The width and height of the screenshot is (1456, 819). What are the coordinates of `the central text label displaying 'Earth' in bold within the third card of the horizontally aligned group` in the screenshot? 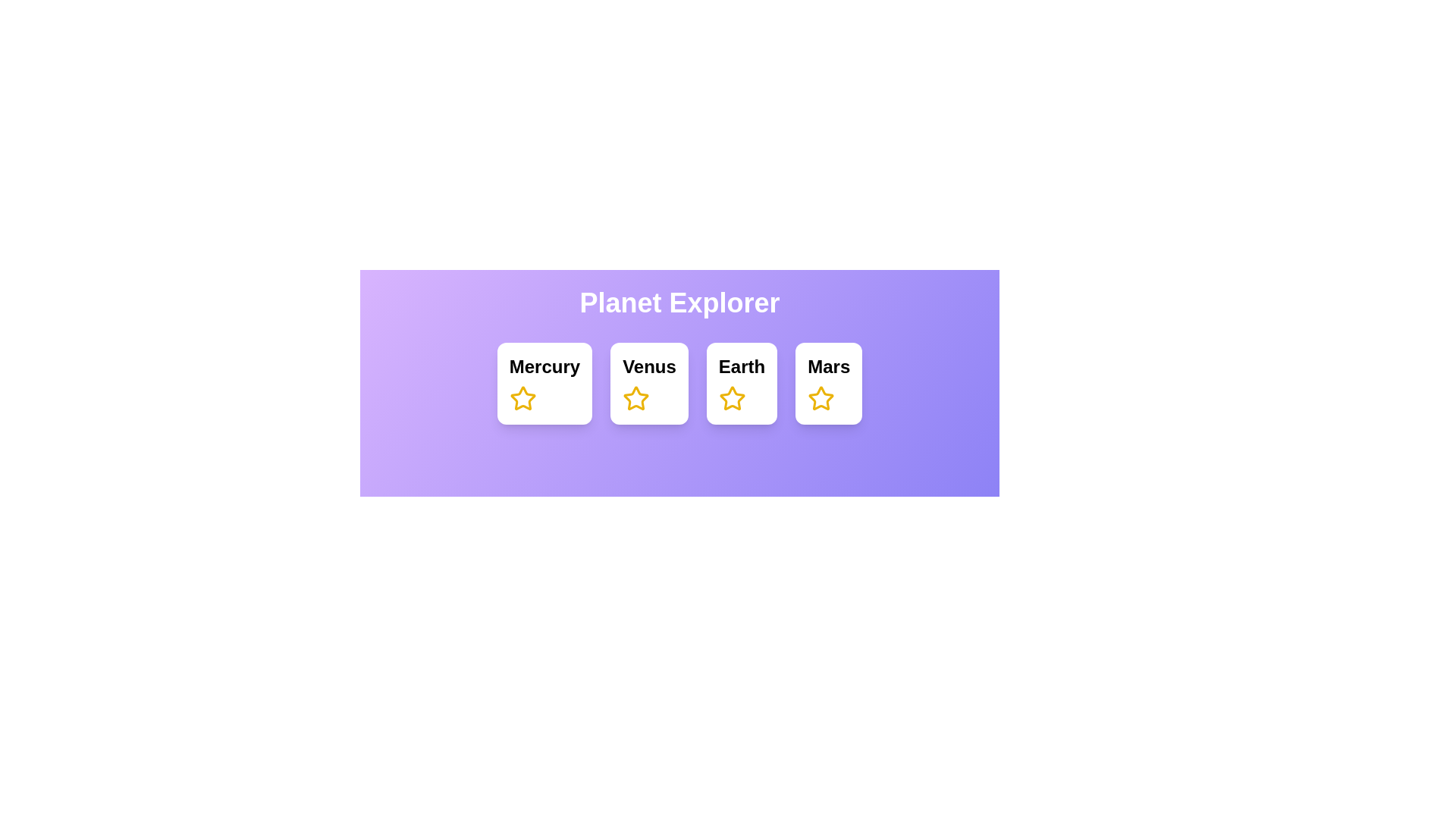 It's located at (742, 366).